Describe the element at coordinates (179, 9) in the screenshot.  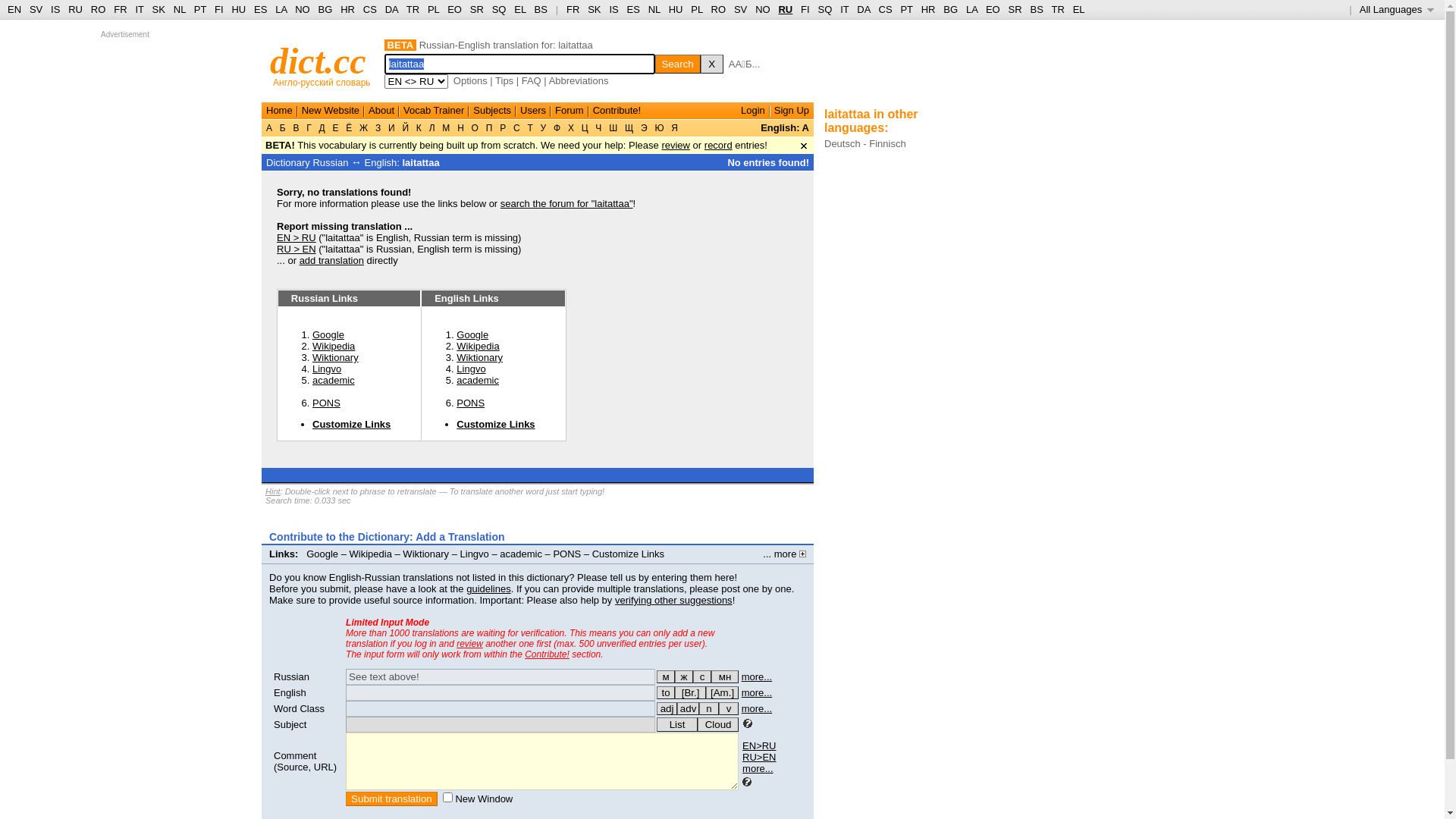
I see `'NL'` at that location.